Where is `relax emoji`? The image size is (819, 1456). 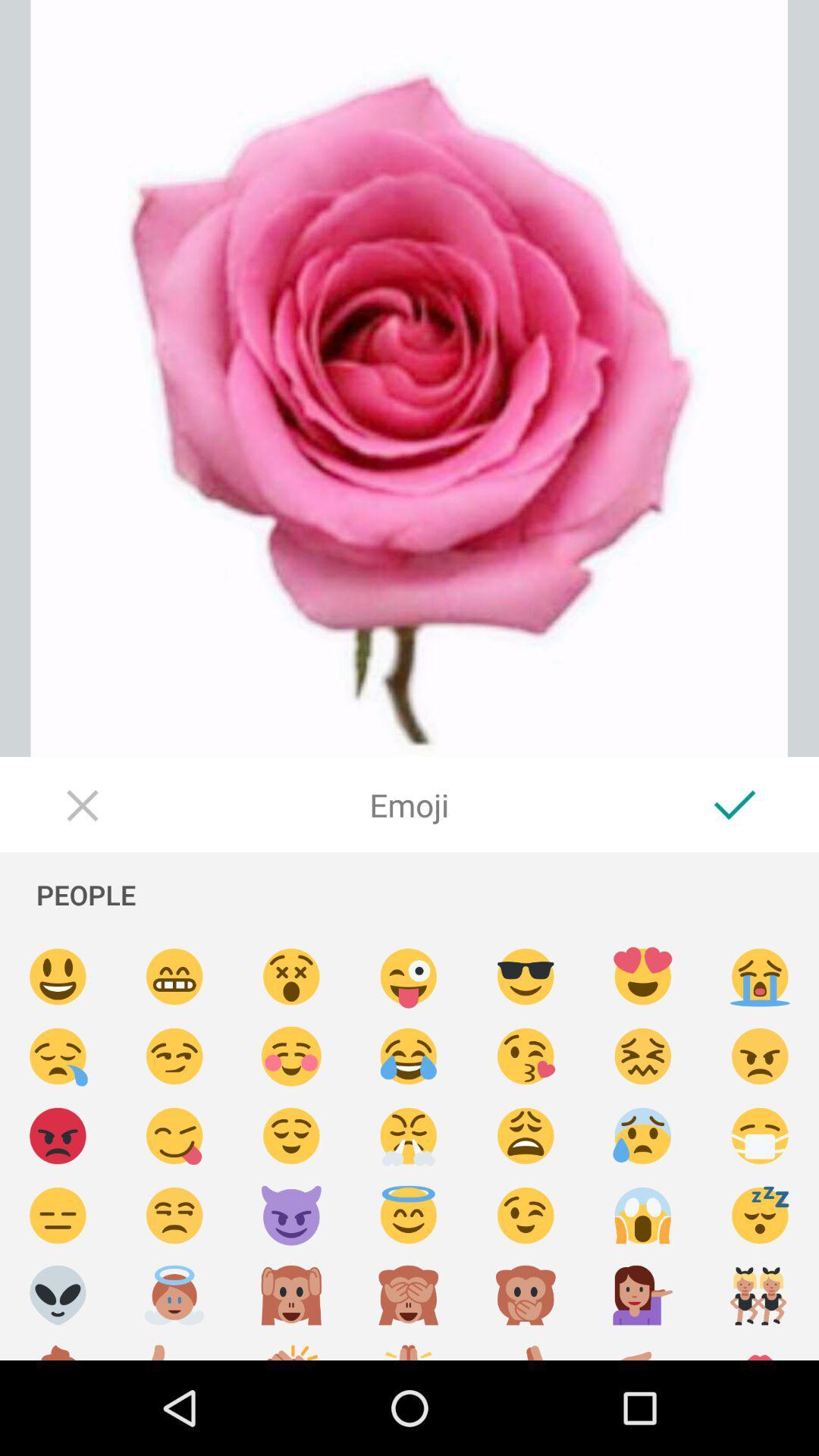 relax emoji is located at coordinates (291, 1136).